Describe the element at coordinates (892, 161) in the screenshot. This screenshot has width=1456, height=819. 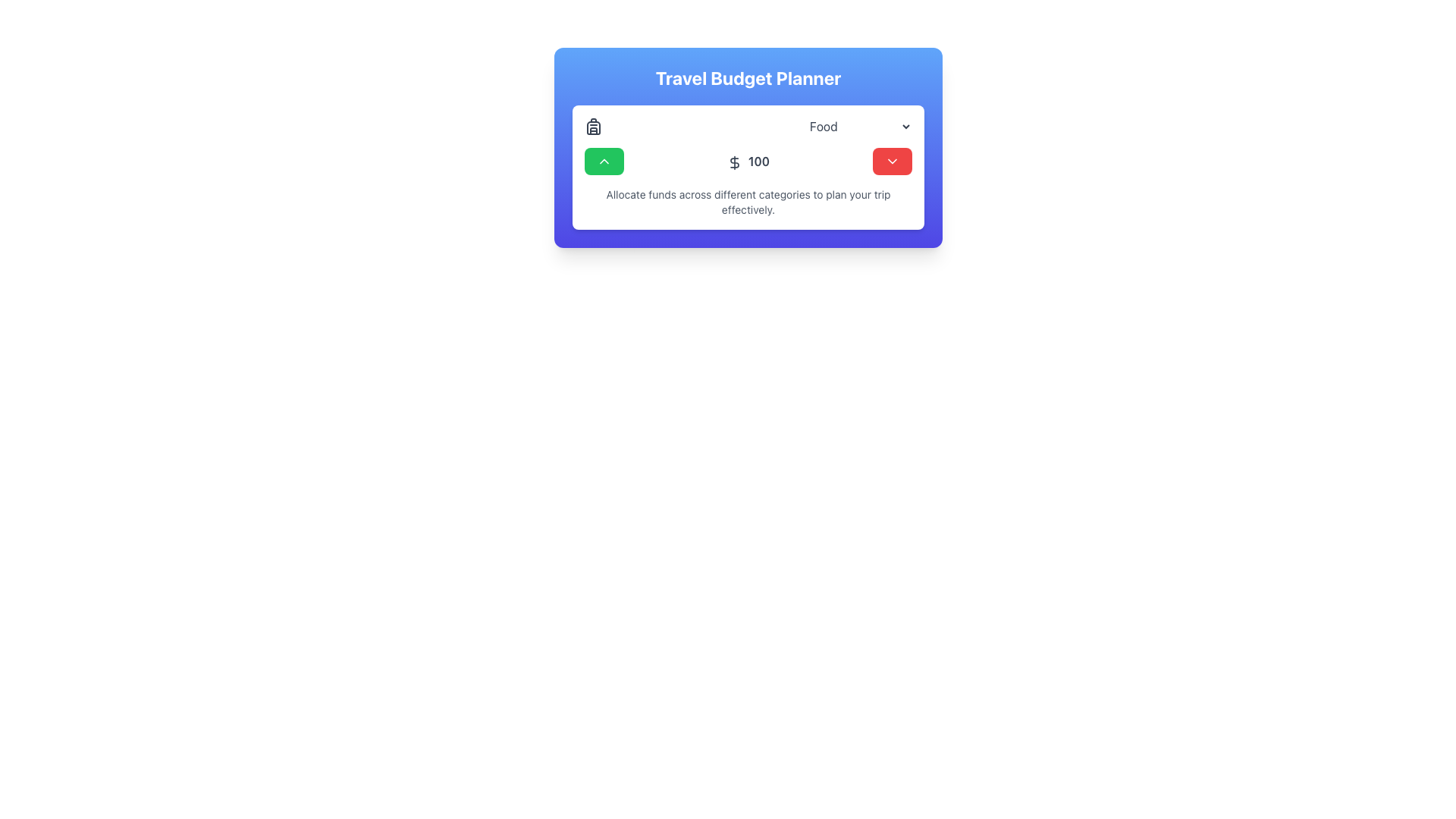
I see `the chevron icon located within the red button on the far right of the interface to interact with the dropdown options` at that location.